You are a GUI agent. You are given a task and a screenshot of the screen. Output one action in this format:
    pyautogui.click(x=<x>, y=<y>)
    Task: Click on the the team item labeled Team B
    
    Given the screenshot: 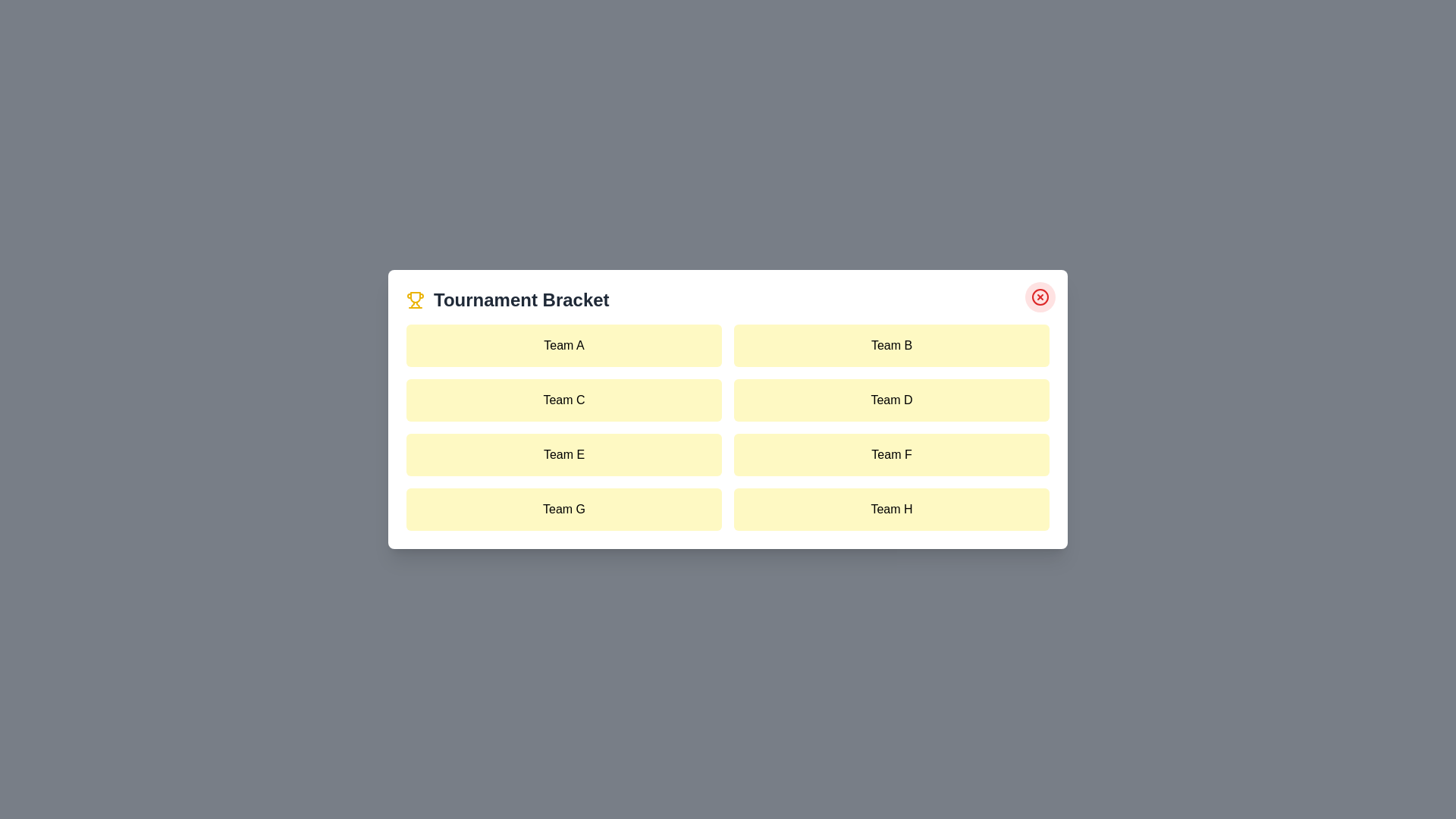 What is the action you would take?
    pyautogui.click(x=892, y=345)
    